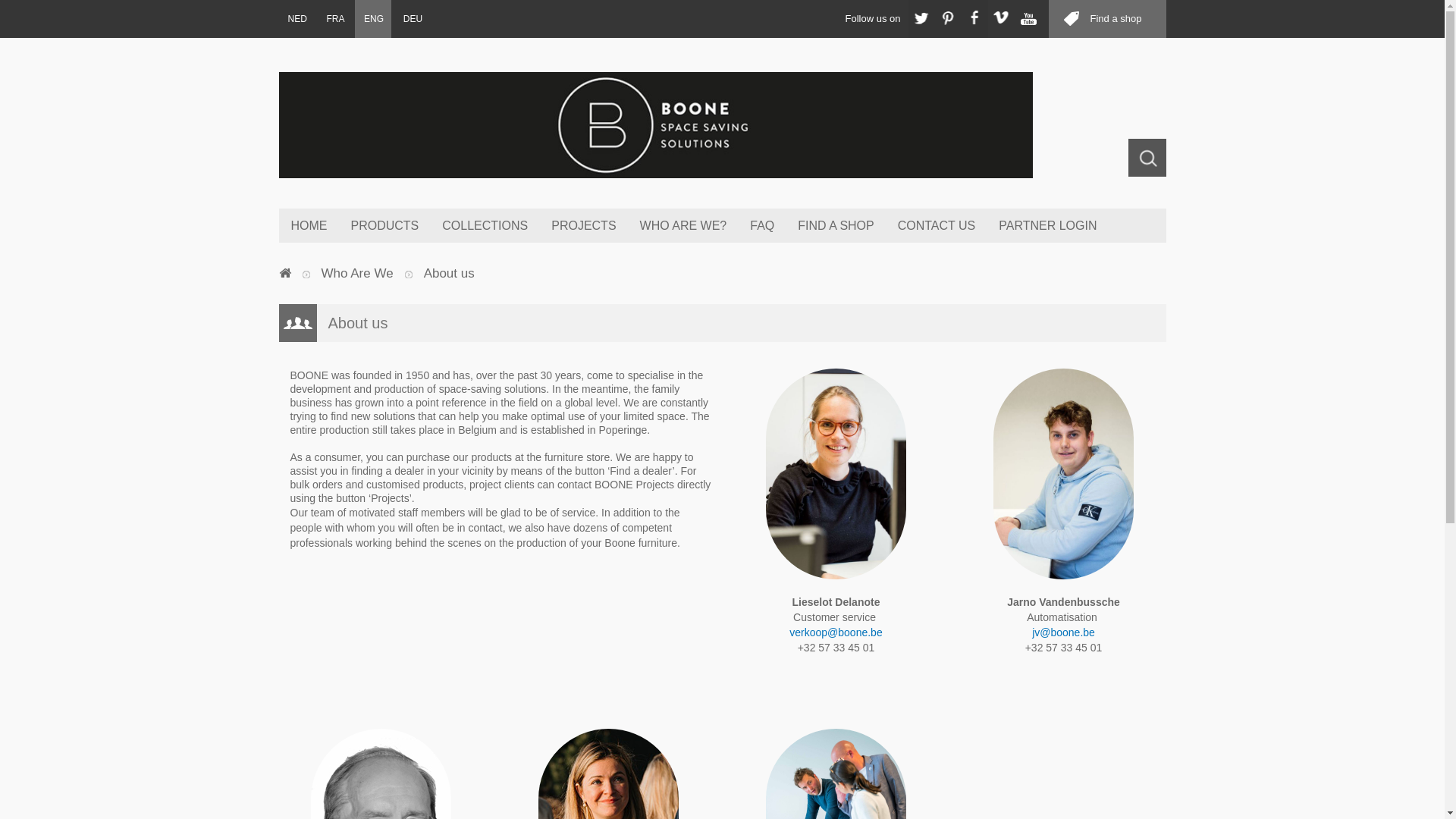  What do you see at coordinates (935, 225) in the screenshot?
I see `'CONTACT US'` at bounding box center [935, 225].